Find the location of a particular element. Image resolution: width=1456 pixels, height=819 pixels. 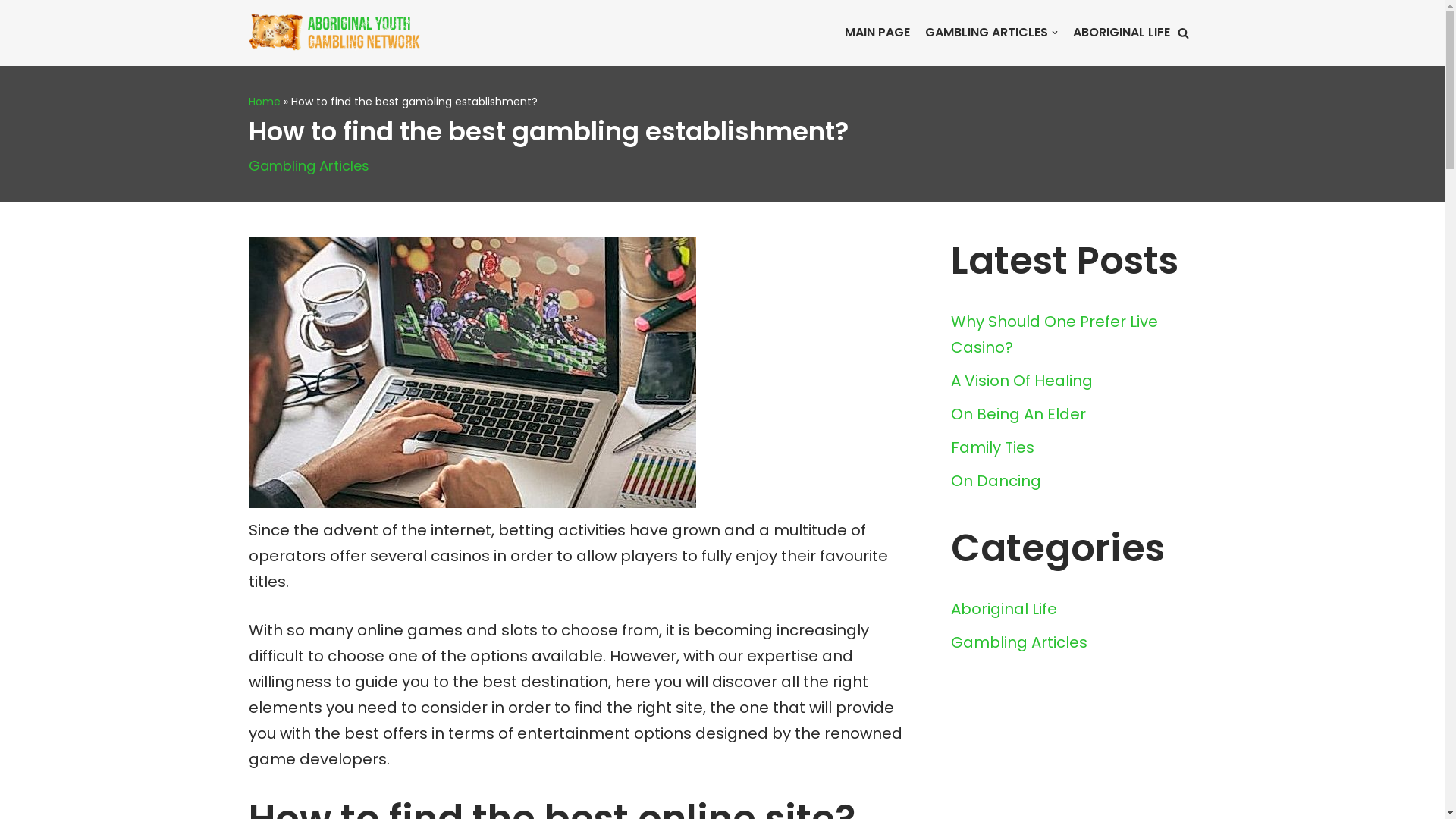

'MAIN PAGE' is located at coordinates (877, 32).